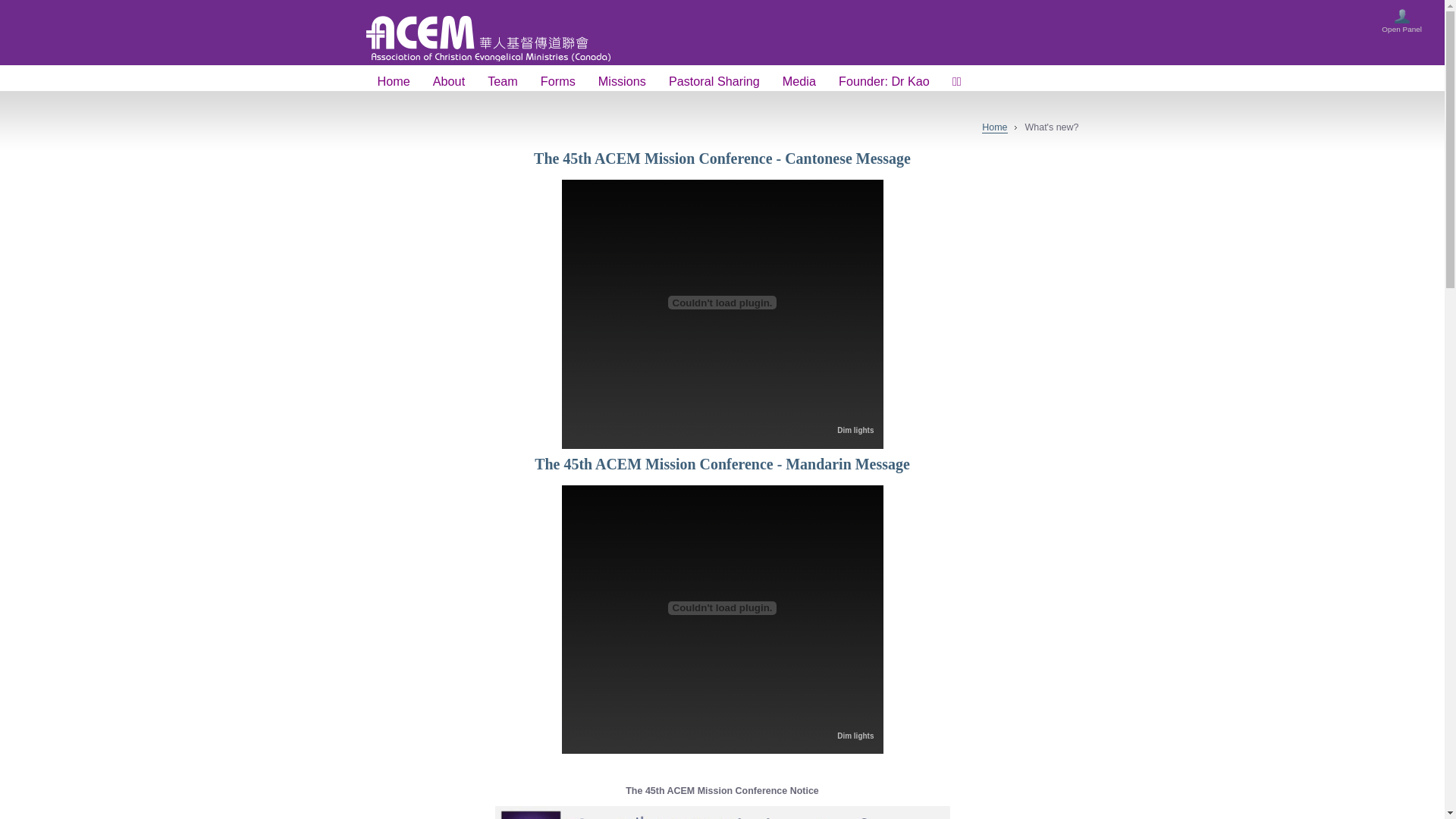 The image size is (1456, 819). I want to click on 'Team', so click(475, 82).